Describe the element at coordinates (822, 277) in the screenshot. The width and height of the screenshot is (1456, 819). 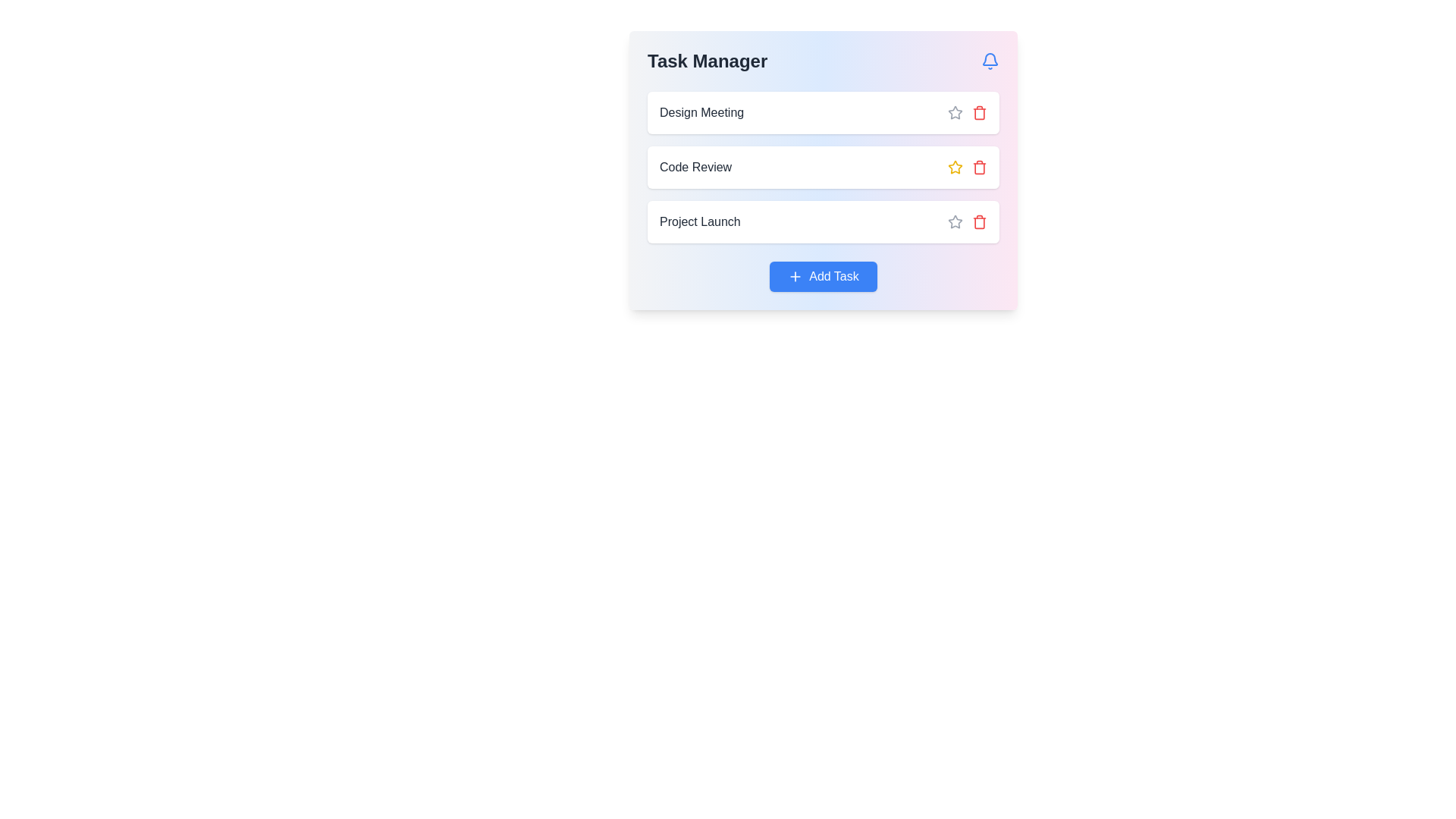
I see `the 'Add Task' button, which is a blue rectangular button with white text and a plus icon, located at the bottom center of the 'Task Manager' interface` at that location.